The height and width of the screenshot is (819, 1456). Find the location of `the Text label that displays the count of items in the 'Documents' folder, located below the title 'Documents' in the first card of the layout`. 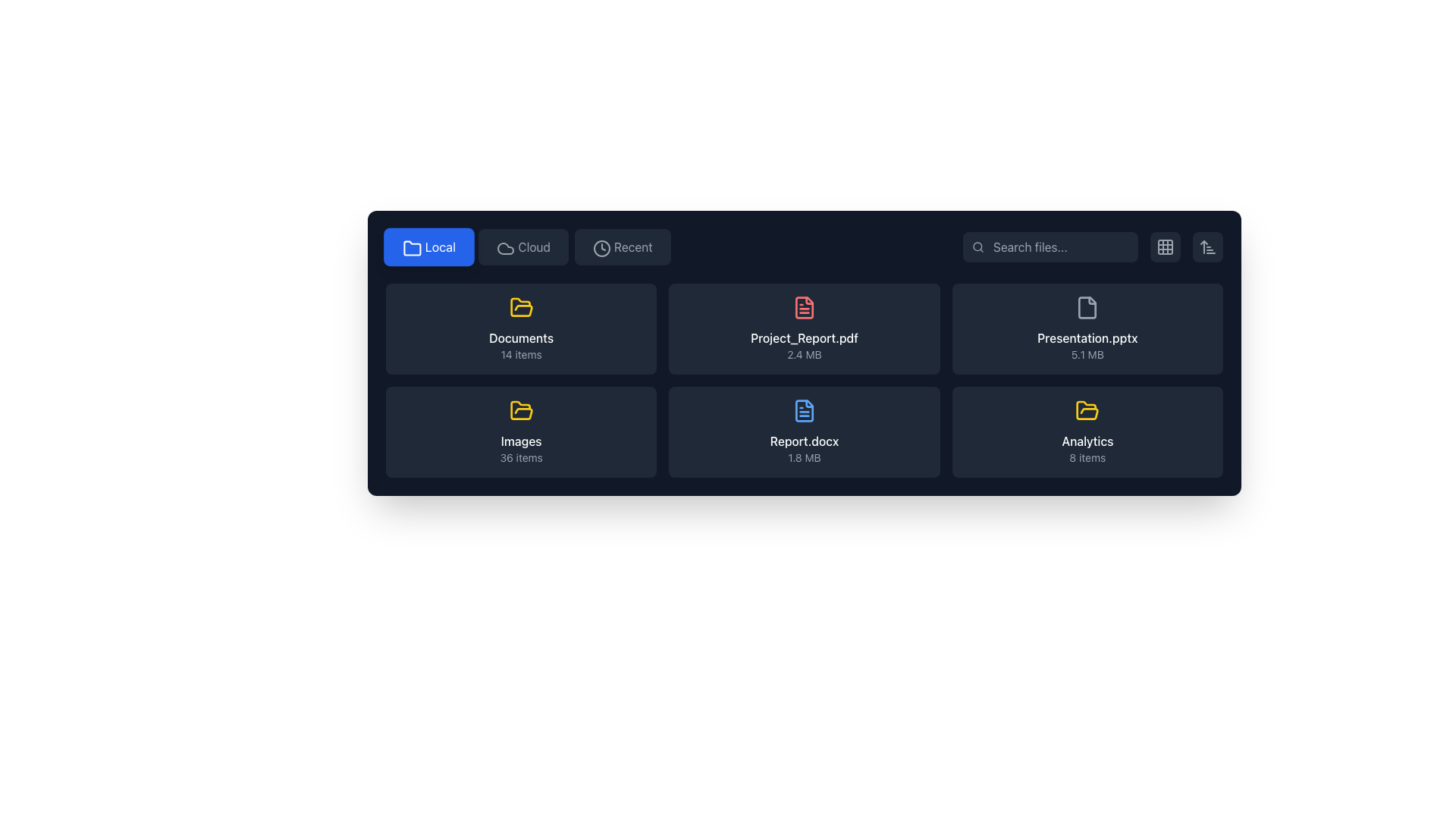

the Text label that displays the count of items in the 'Documents' folder, located below the title 'Documents' in the first card of the layout is located at coordinates (521, 354).